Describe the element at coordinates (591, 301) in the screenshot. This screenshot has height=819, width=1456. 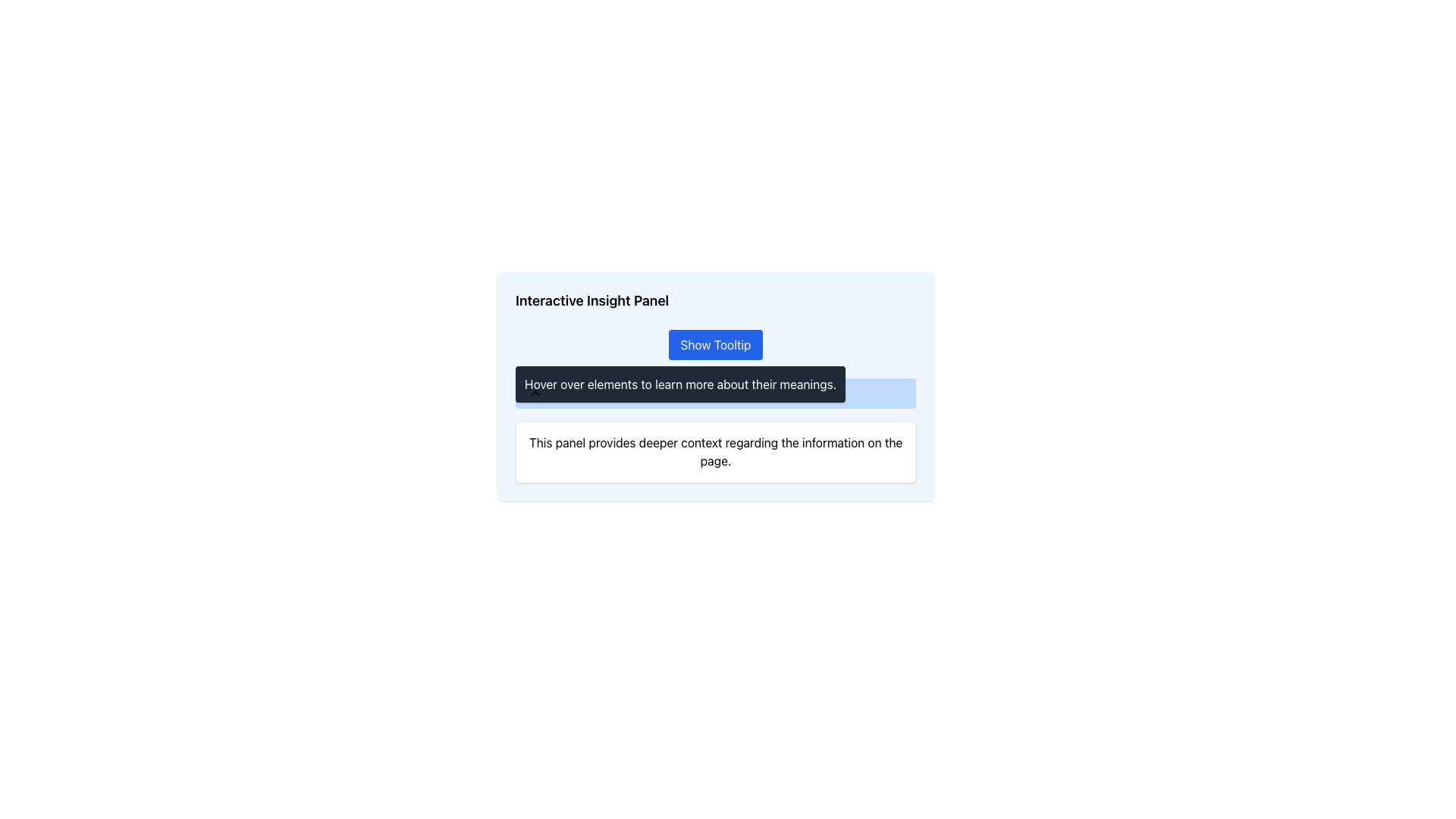
I see `the text label displaying 'Interactive Insight Panel' styled in bold and larger font size, located on a light blue background` at that location.